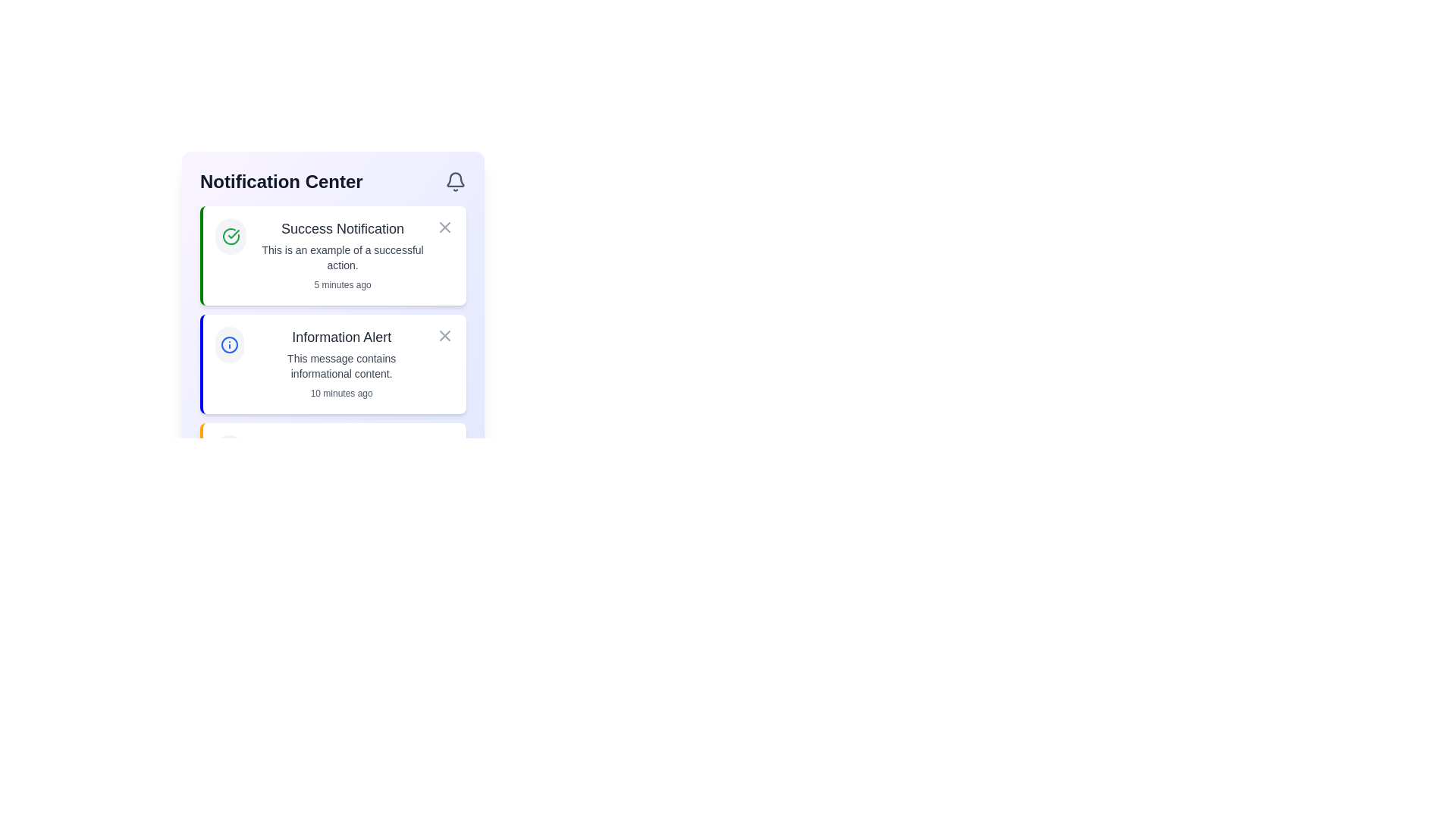 The image size is (1456, 819). Describe the element at coordinates (230, 237) in the screenshot. I see `the visual styling of the success notification icon located in the top-left corner of the 'Success Notification' message card, which is the first in the vertical list of notifications in the 'Notification Center'` at that location.